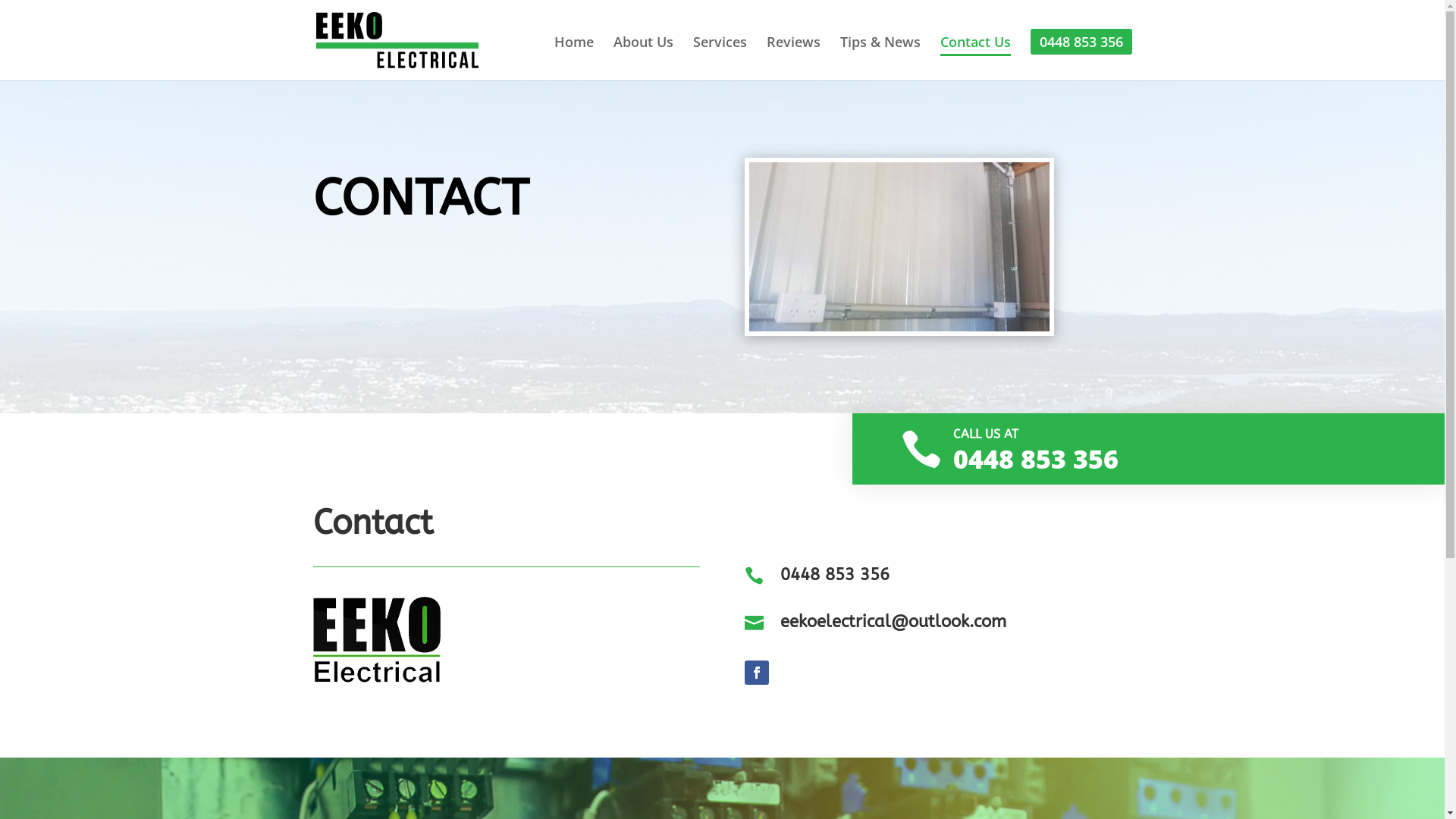 This screenshot has width=1456, height=819. Describe the element at coordinates (975, 55) in the screenshot. I see `'Contact Us'` at that location.